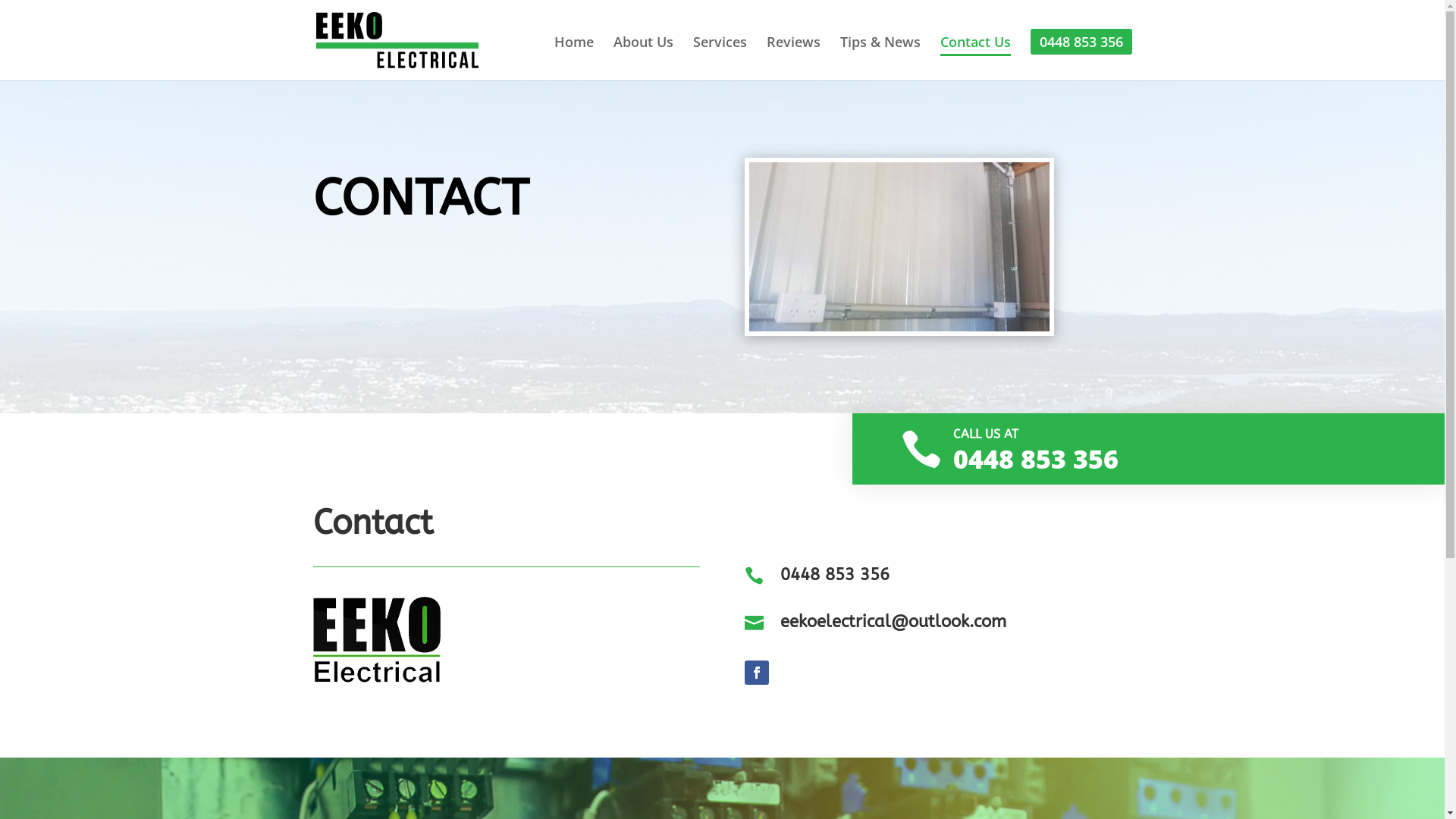 This screenshot has width=1456, height=819. Describe the element at coordinates (975, 55) in the screenshot. I see `'Contact Us'` at that location.